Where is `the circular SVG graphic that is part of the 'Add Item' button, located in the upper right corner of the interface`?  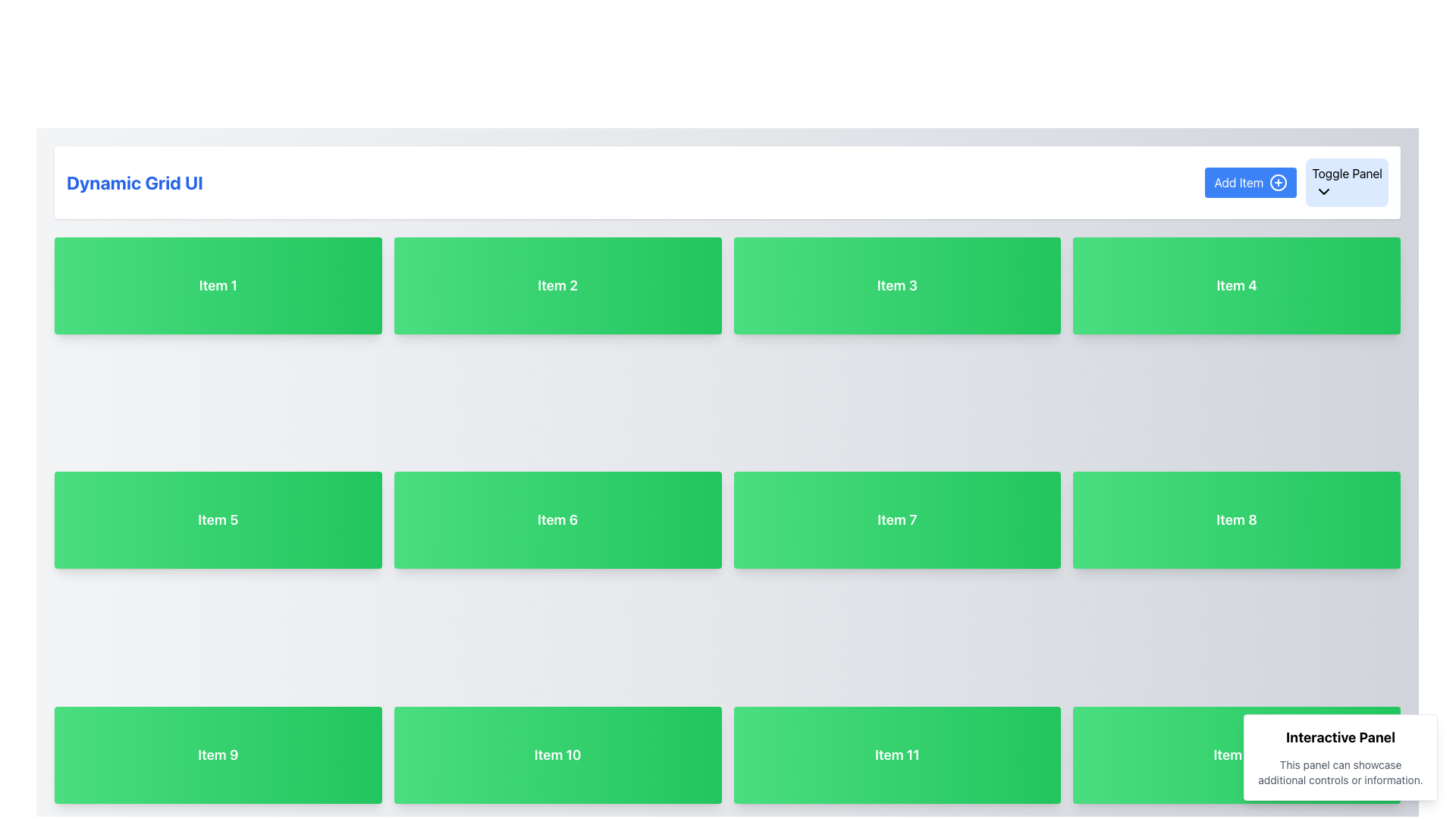 the circular SVG graphic that is part of the 'Add Item' button, located in the upper right corner of the interface is located at coordinates (1278, 181).